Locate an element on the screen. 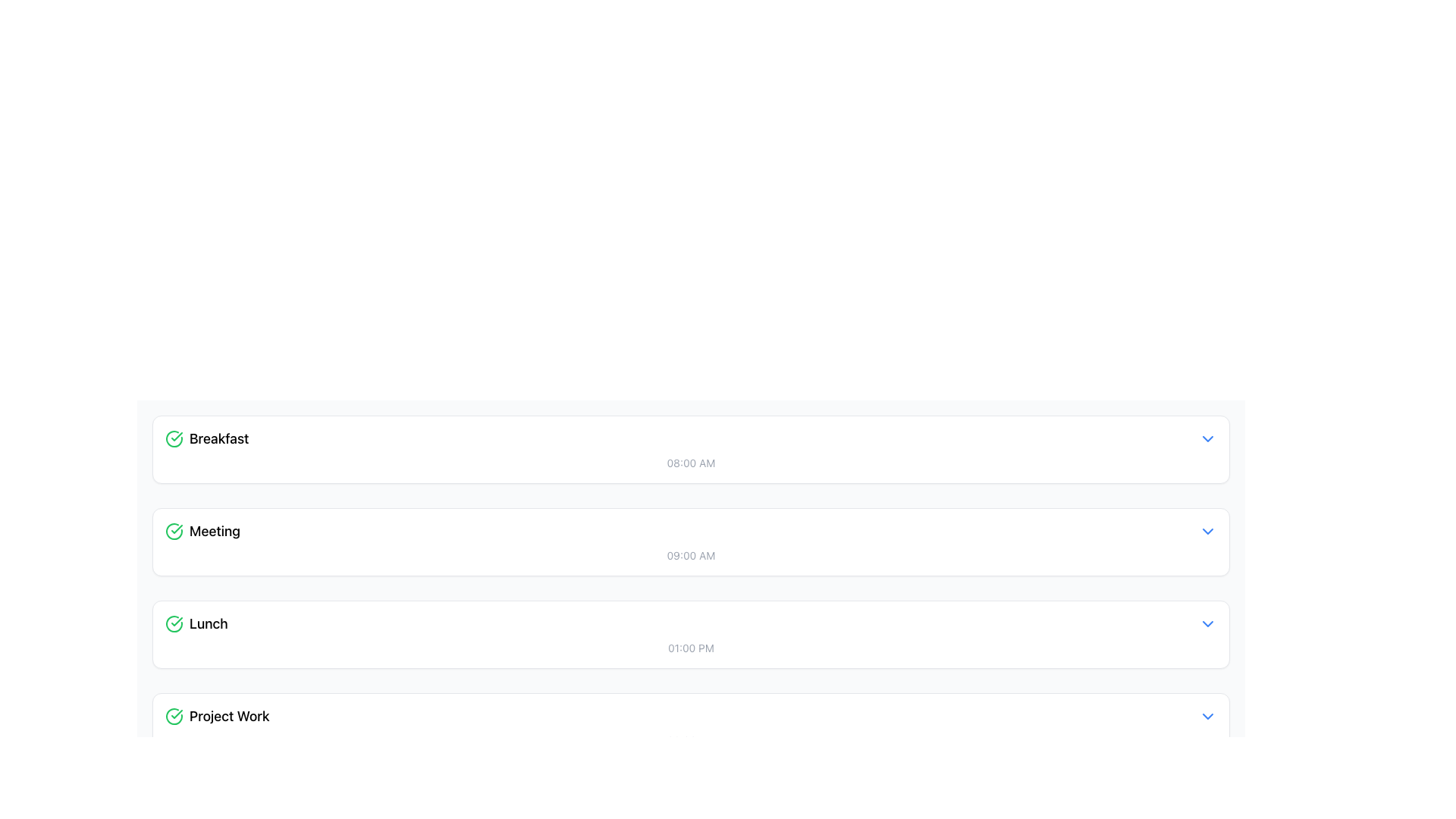  text 'Project Work' which is displayed horizontally with a circular green check icon to its left, located at the bottom of a list of similar elements is located at coordinates (216, 717).